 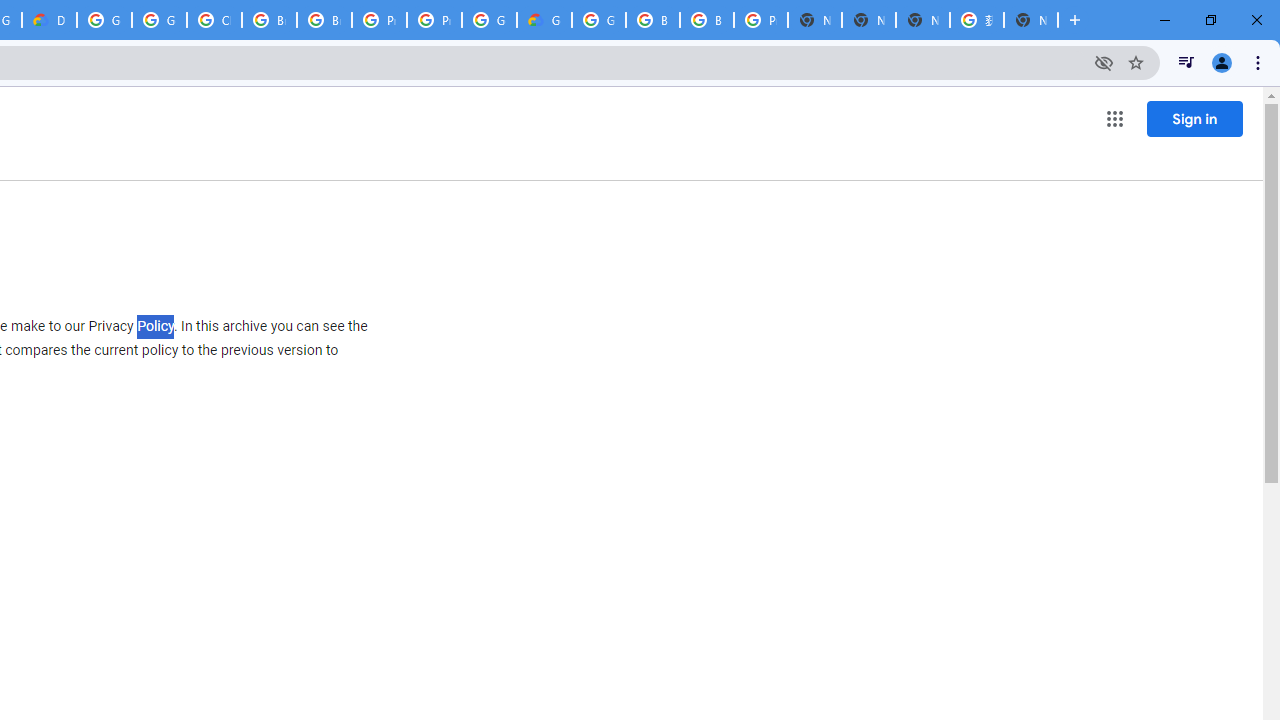 What do you see at coordinates (1031, 20) in the screenshot?
I see `'New Tab'` at bounding box center [1031, 20].